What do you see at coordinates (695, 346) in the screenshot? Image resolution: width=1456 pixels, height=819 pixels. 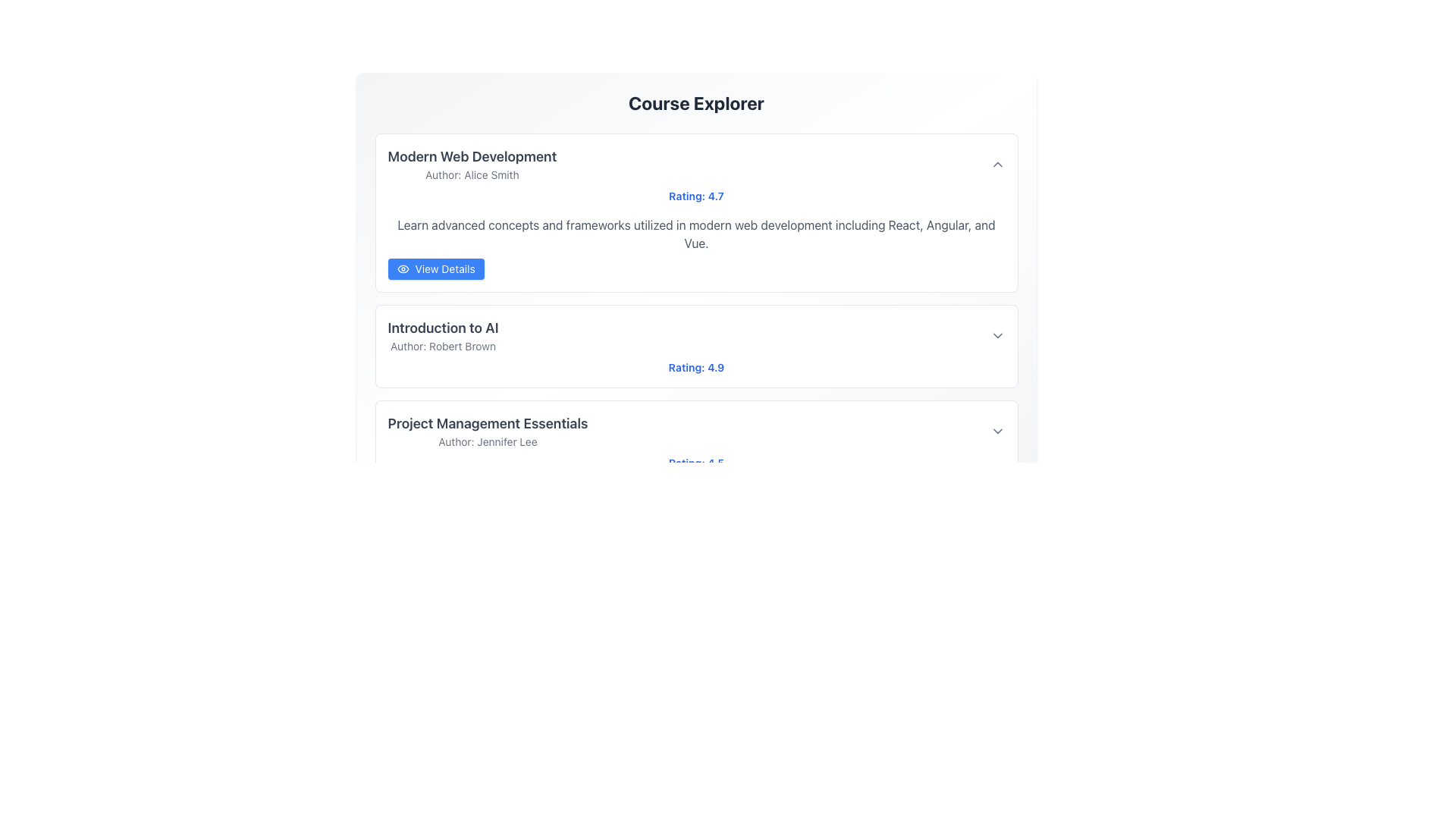 I see `the second Informational Card` at bounding box center [695, 346].